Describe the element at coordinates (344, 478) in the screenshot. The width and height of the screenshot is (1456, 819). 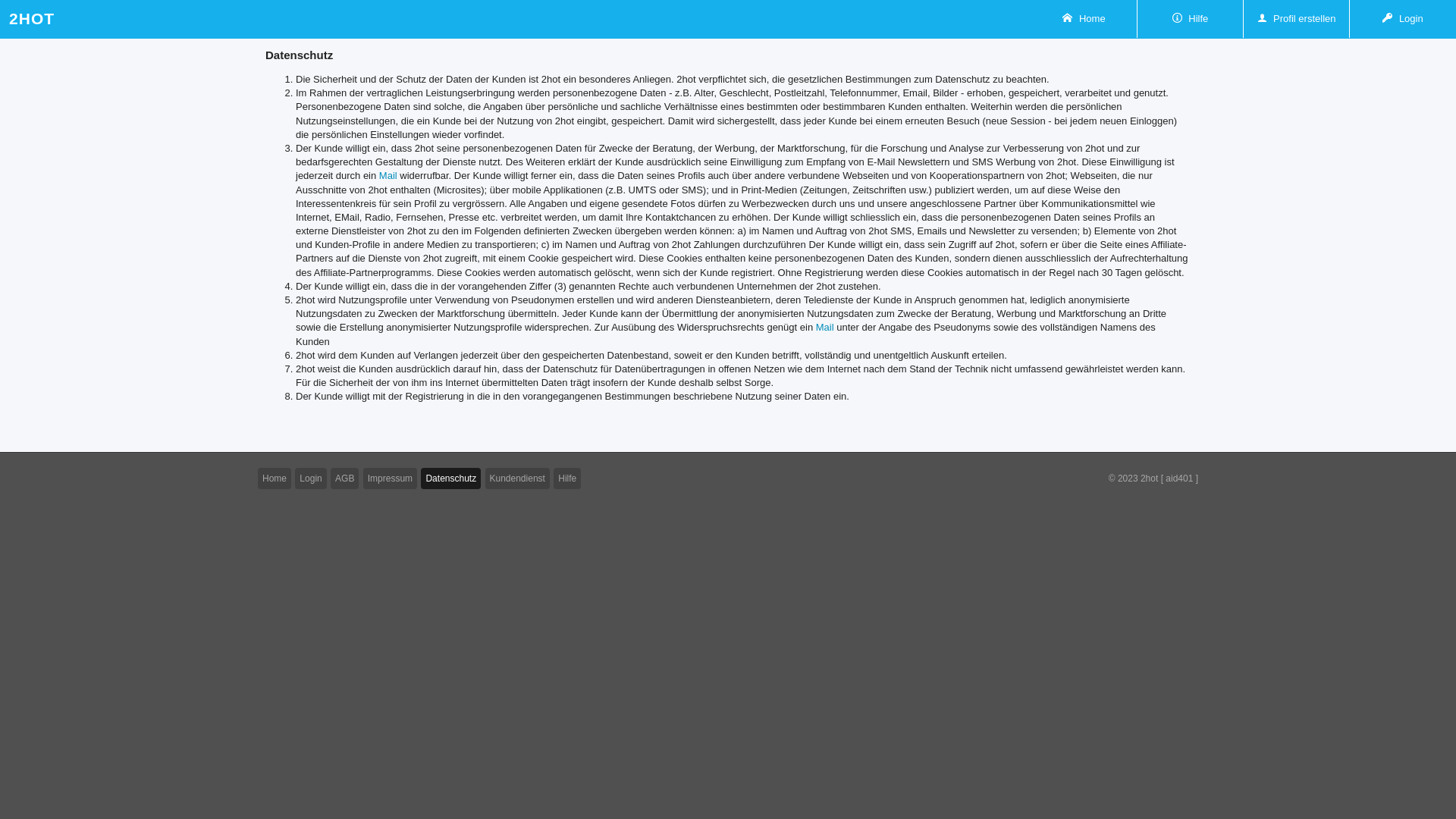
I see `'AGB'` at that location.